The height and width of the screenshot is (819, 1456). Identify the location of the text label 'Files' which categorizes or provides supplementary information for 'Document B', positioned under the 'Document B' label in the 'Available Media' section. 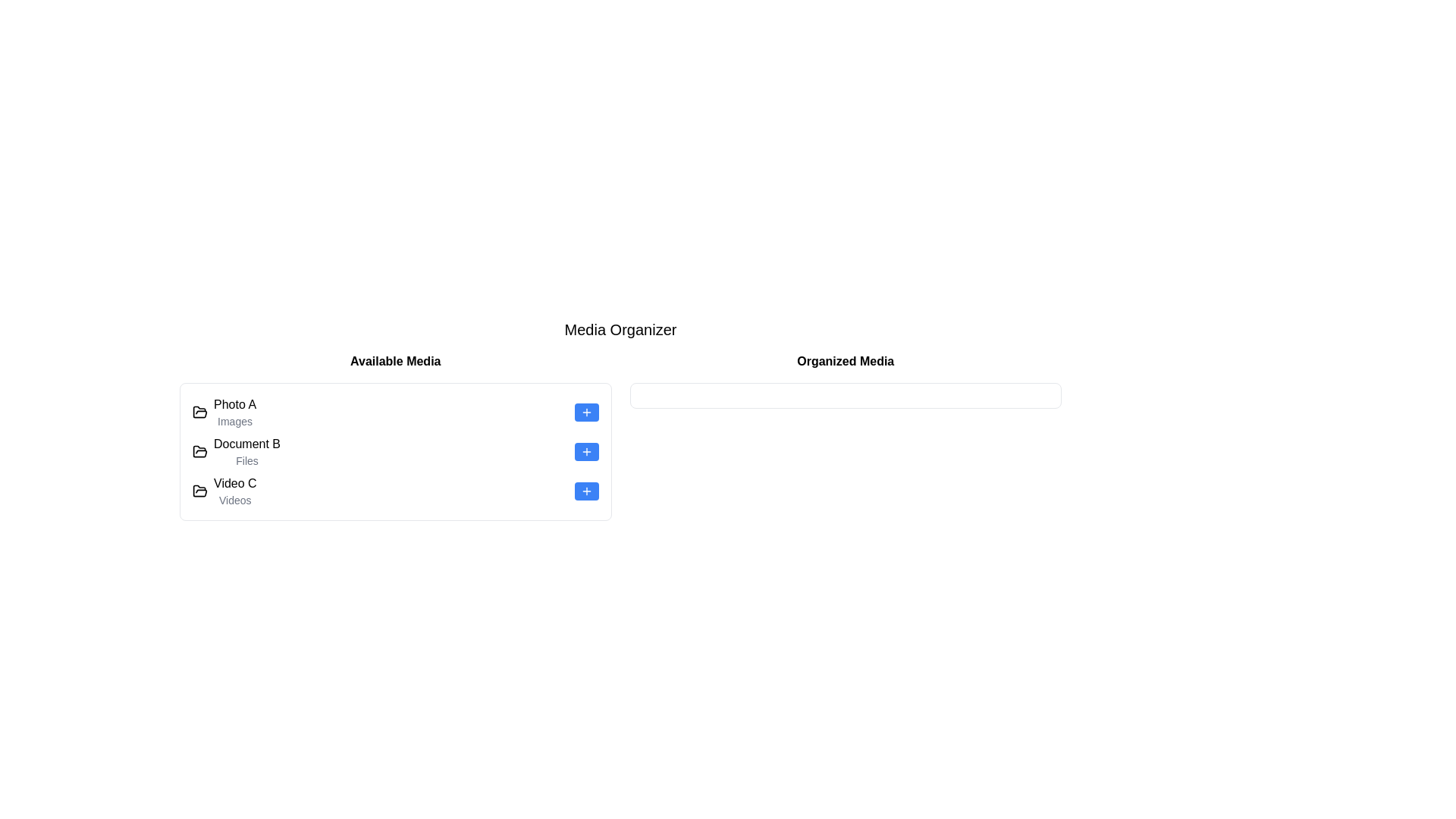
(247, 460).